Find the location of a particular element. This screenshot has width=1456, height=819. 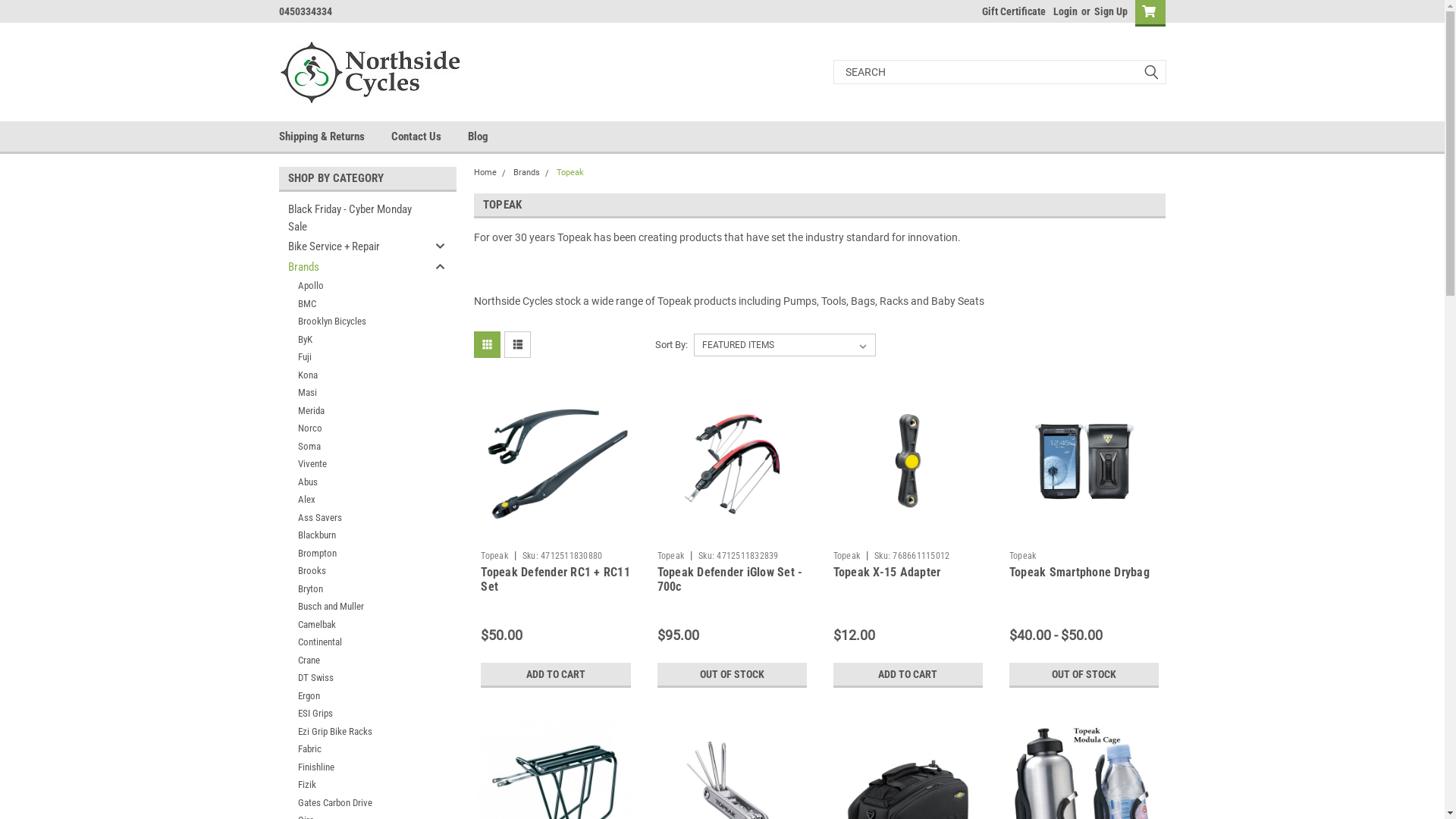

'Alex' is located at coordinates (279, 500).